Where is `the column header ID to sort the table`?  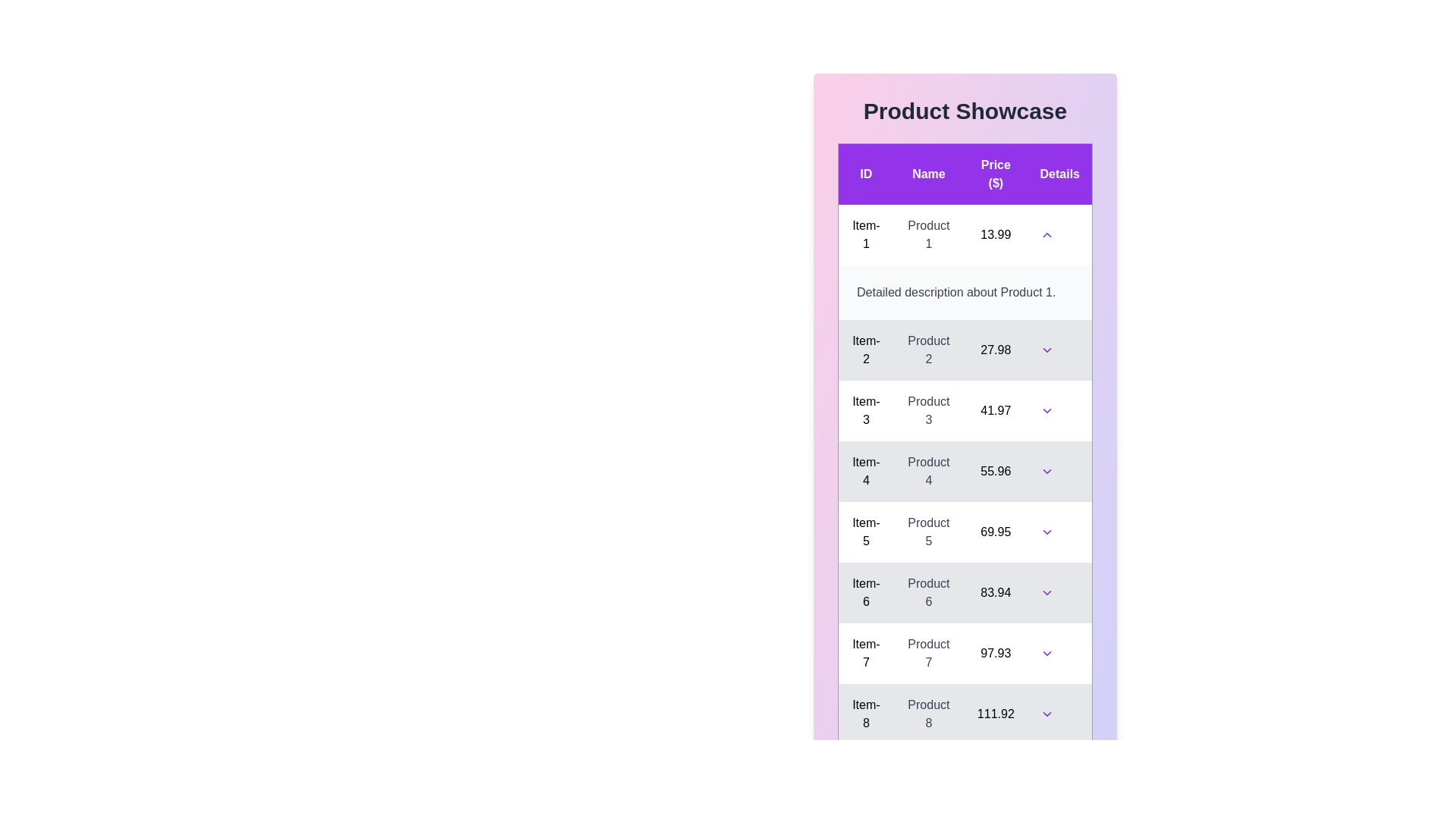
the column header ID to sort the table is located at coordinates (866, 173).